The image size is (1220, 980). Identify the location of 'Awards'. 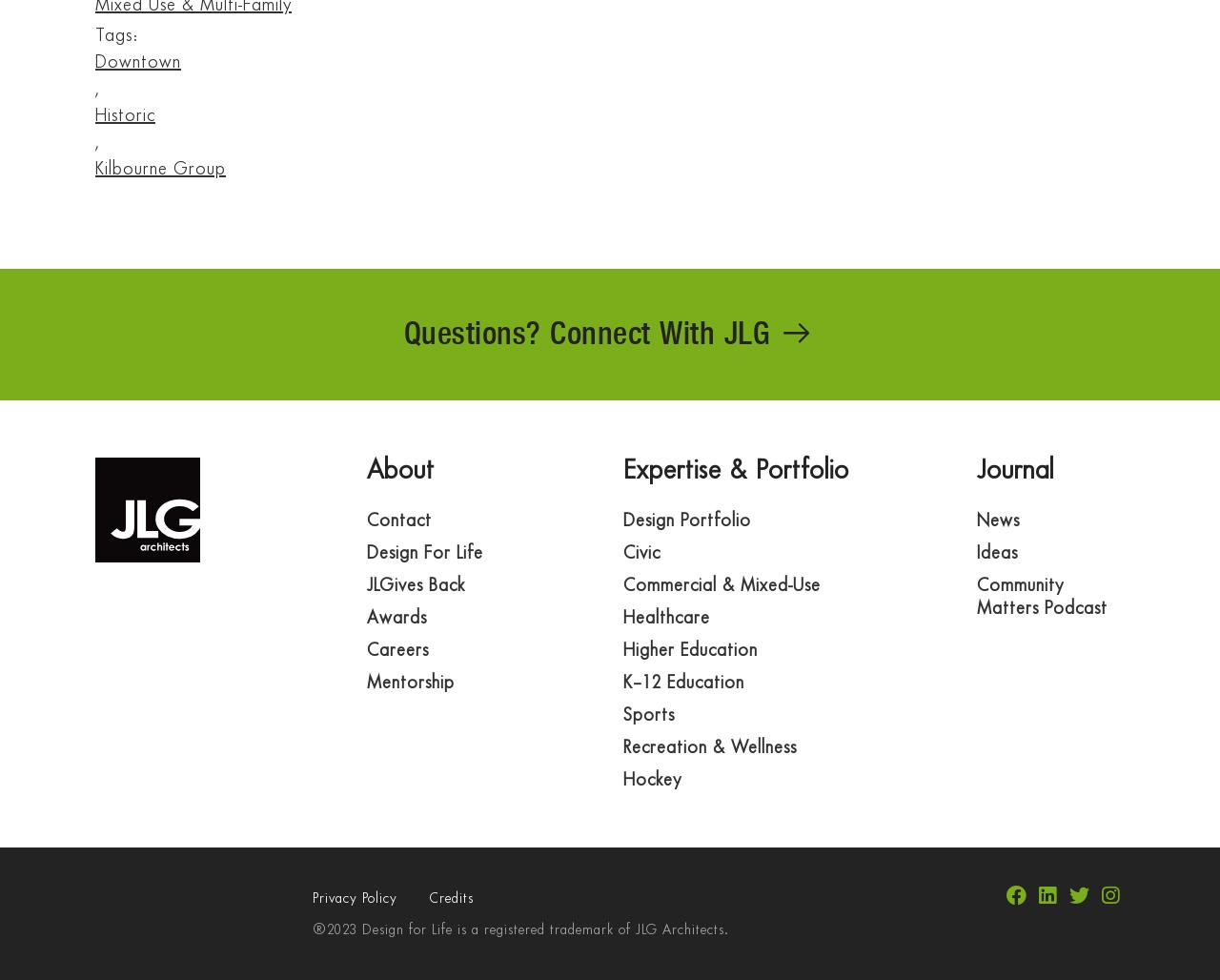
(396, 618).